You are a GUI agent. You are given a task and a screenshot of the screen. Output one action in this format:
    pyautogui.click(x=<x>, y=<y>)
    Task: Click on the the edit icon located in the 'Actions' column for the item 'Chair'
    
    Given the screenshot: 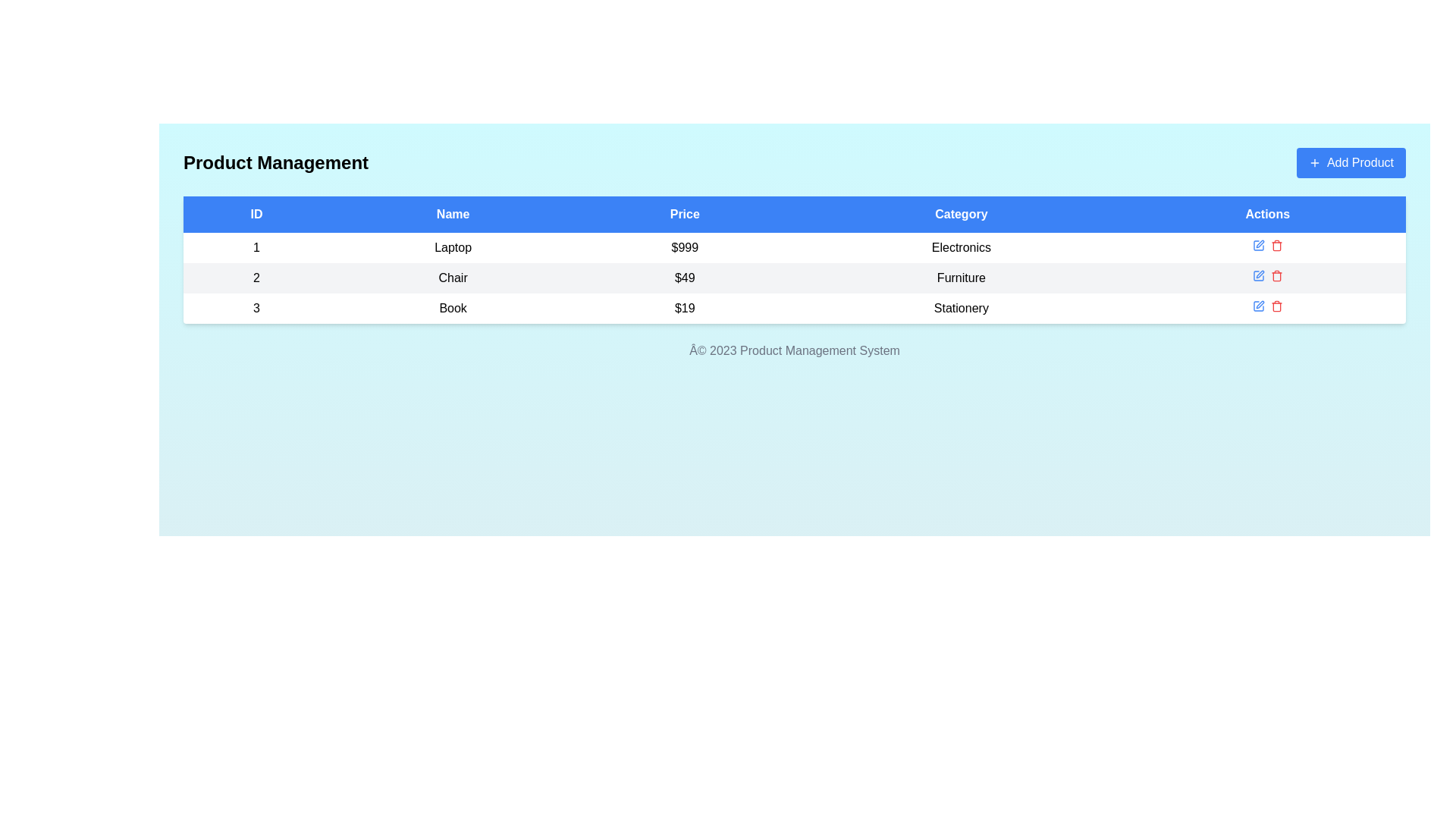 What is the action you would take?
    pyautogui.click(x=1258, y=275)
    